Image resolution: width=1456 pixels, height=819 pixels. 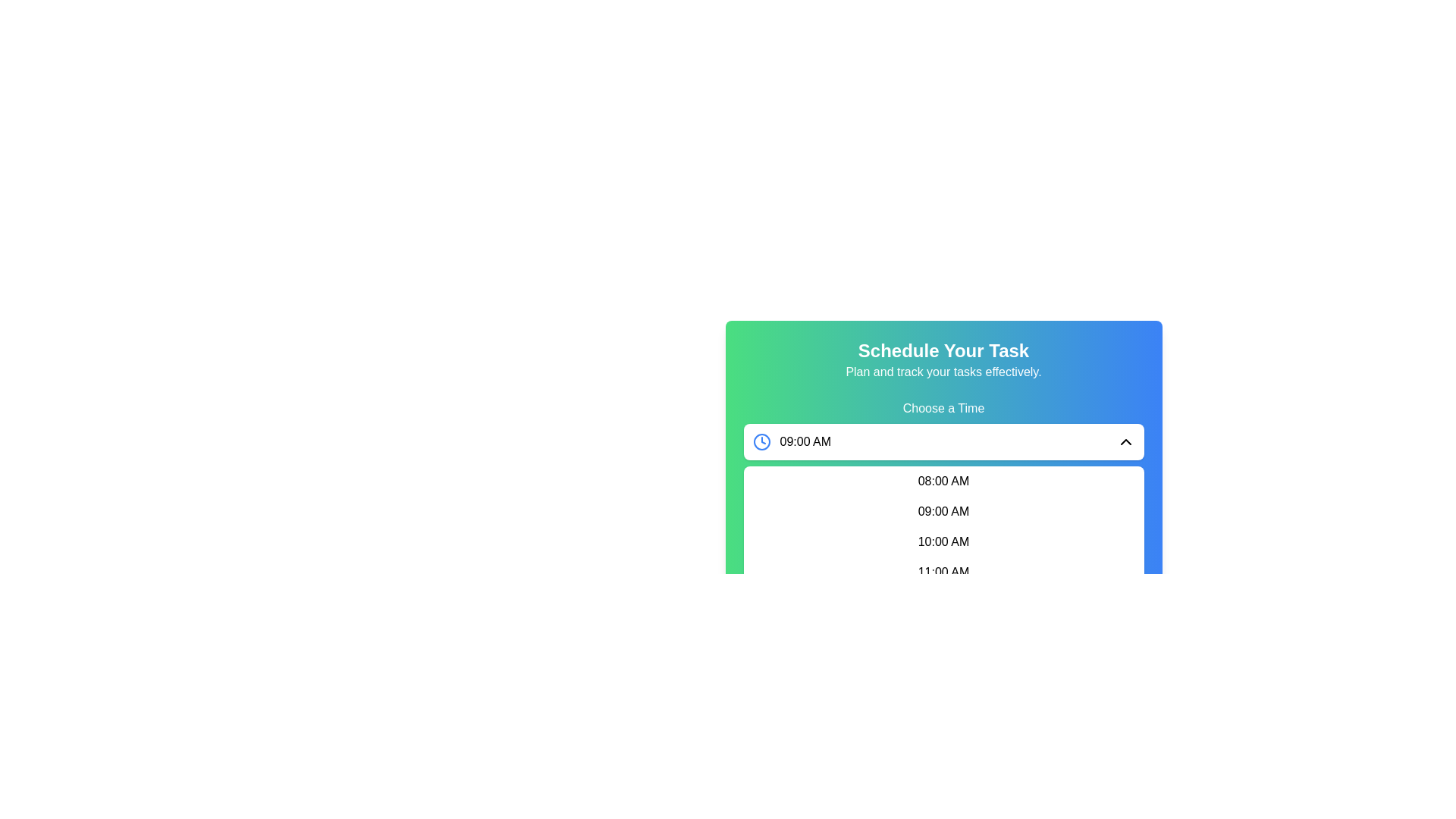 I want to click on the dropdown menu located below the title 'Schedule Your Task' and above the list of time options, so click(x=943, y=438).